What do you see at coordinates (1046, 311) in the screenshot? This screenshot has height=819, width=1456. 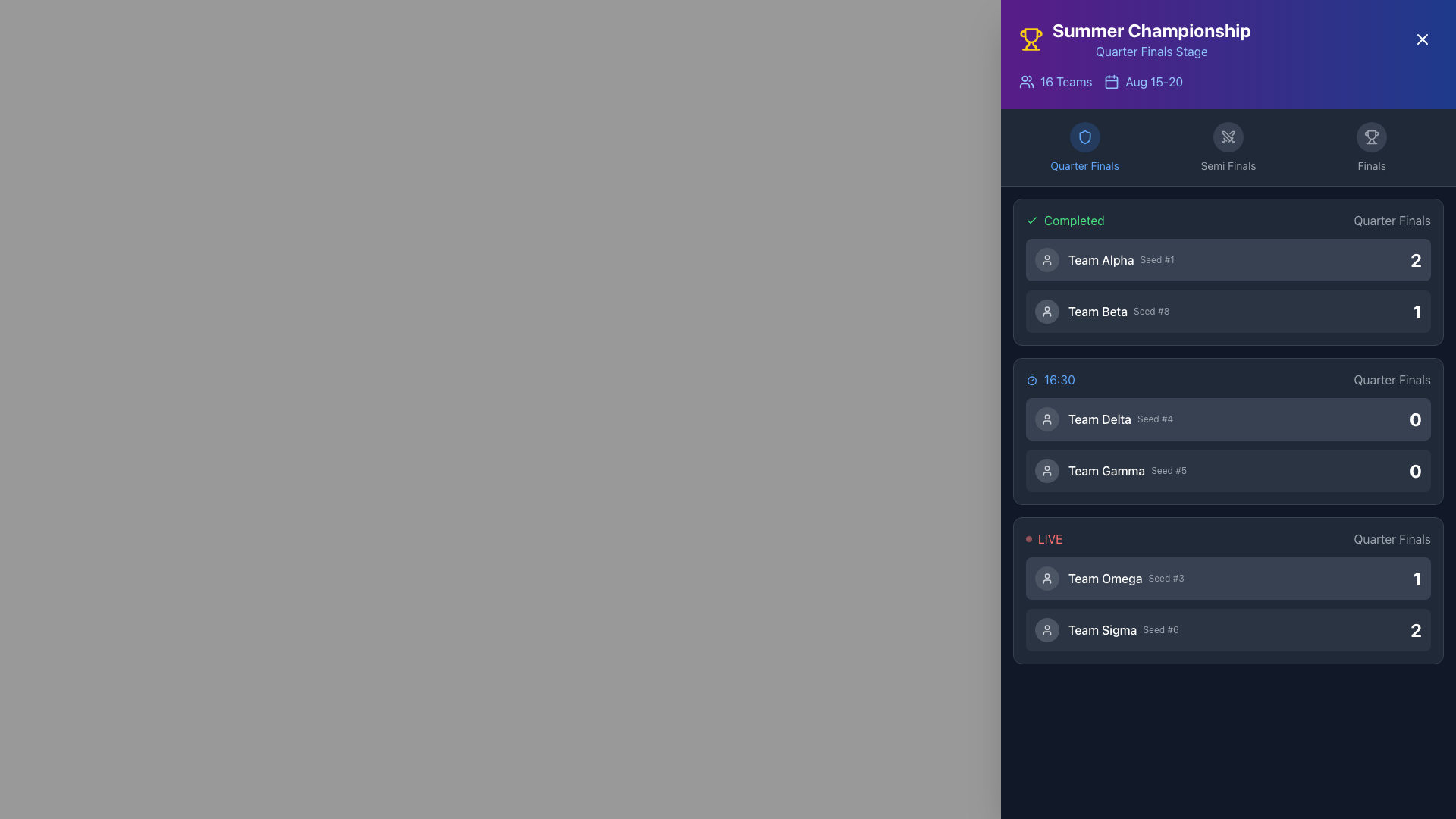 I see `the user profile icon, which is a muted gray circular head and upper body outline situated in the left section of a team card in the right-hand panel` at bounding box center [1046, 311].